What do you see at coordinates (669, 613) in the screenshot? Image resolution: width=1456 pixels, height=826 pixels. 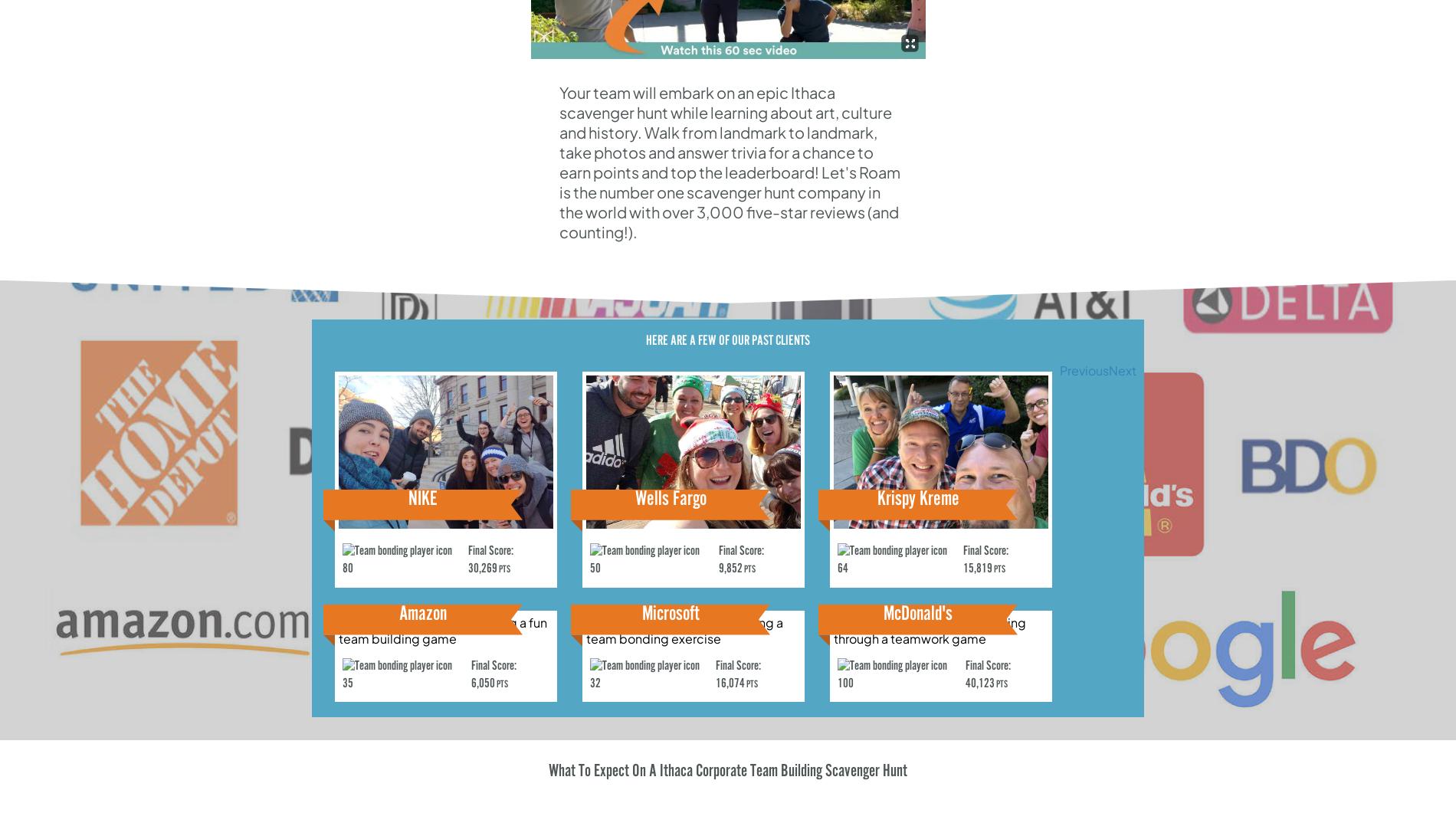 I see `'Microsoft'` at bounding box center [669, 613].